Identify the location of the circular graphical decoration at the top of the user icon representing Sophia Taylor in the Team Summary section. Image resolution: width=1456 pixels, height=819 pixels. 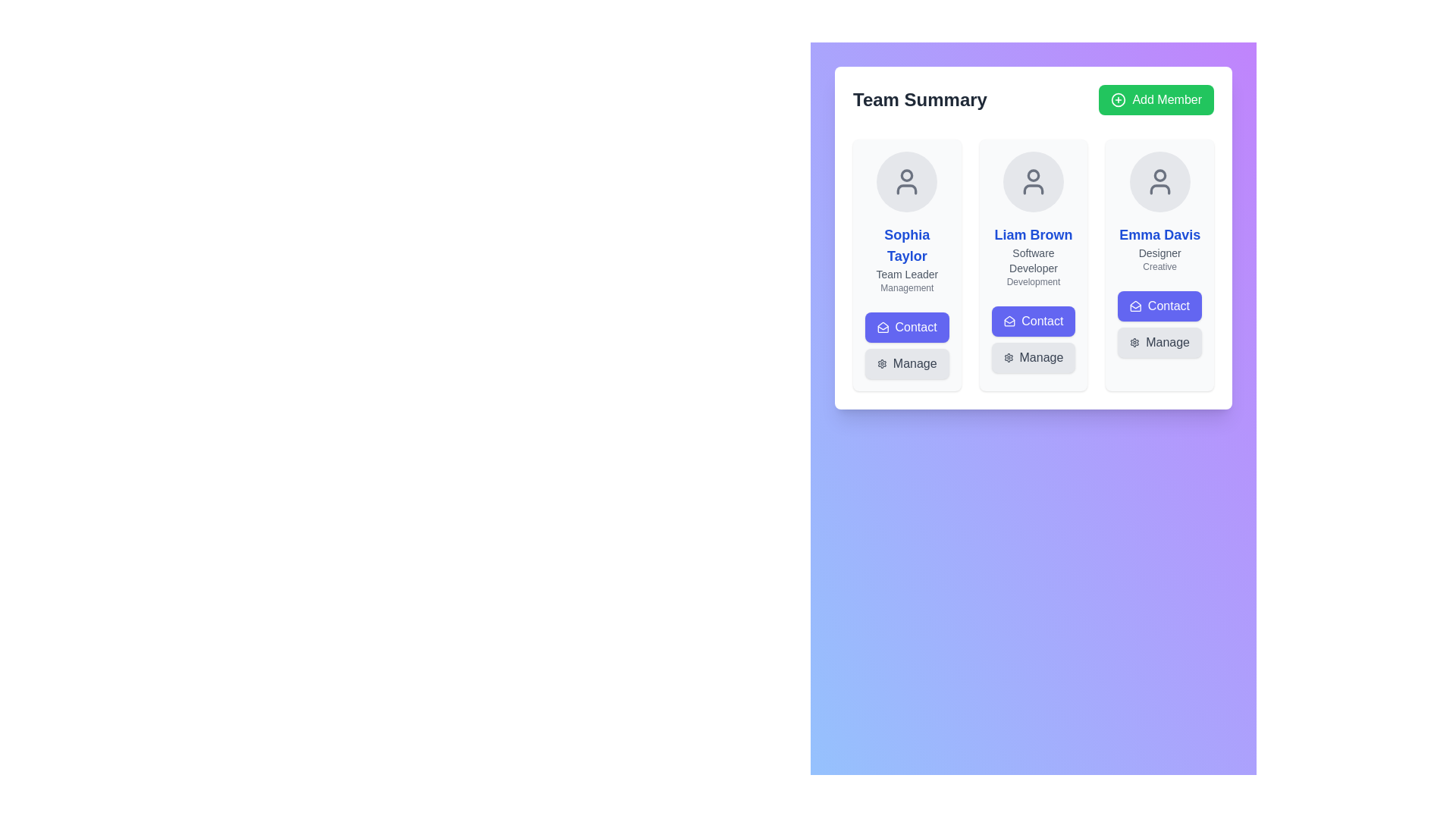
(907, 174).